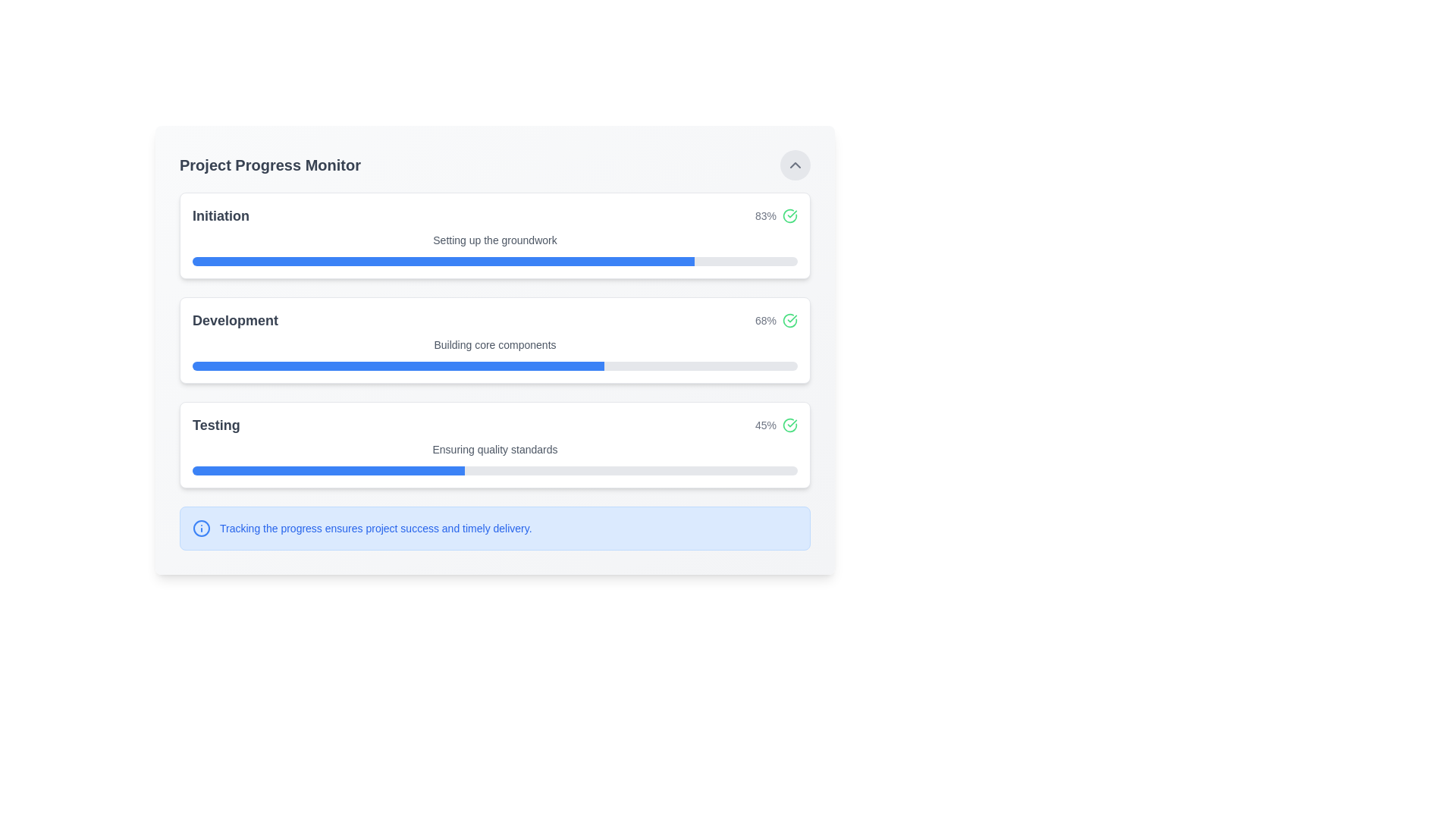 The height and width of the screenshot is (819, 1456). Describe the element at coordinates (494, 216) in the screenshot. I see `the informational display group labeled 'Initiation'` at that location.